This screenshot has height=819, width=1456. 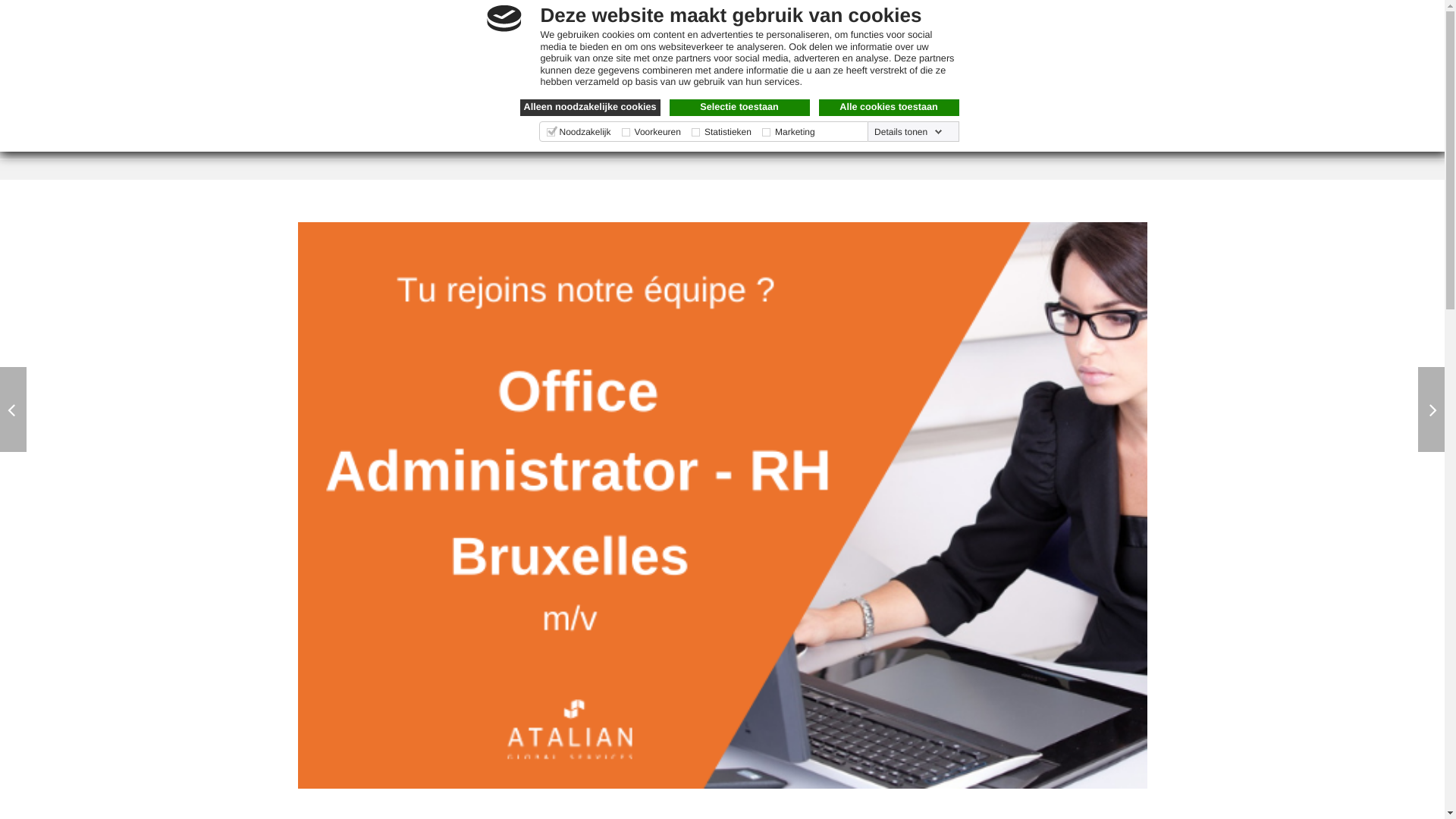 What do you see at coordinates (1047, 112) in the screenshot?
I see `'CONTACTEER ONS'` at bounding box center [1047, 112].